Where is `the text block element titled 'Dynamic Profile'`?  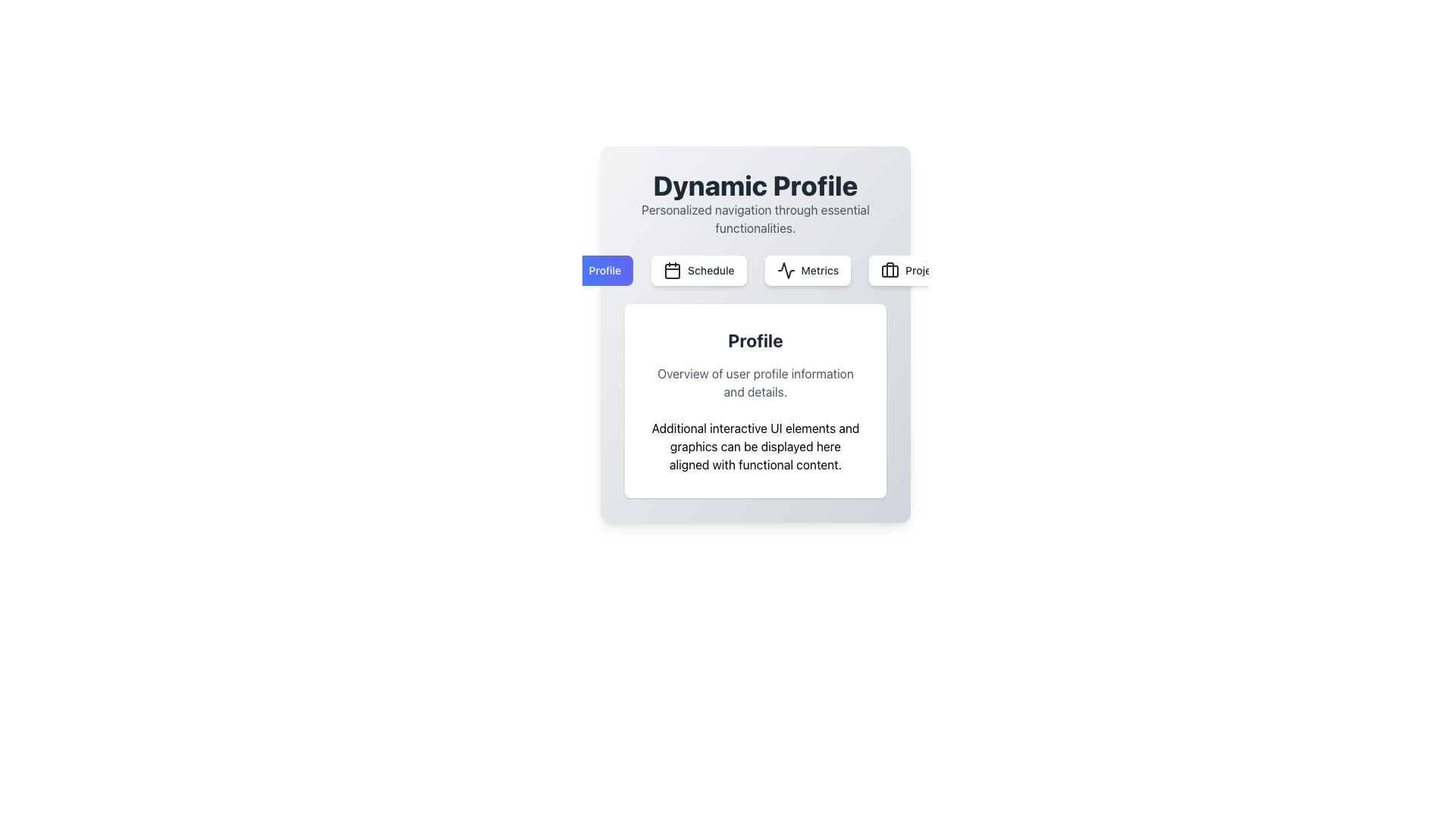
the text block element titled 'Dynamic Profile' is located at coordinates (755, 203).